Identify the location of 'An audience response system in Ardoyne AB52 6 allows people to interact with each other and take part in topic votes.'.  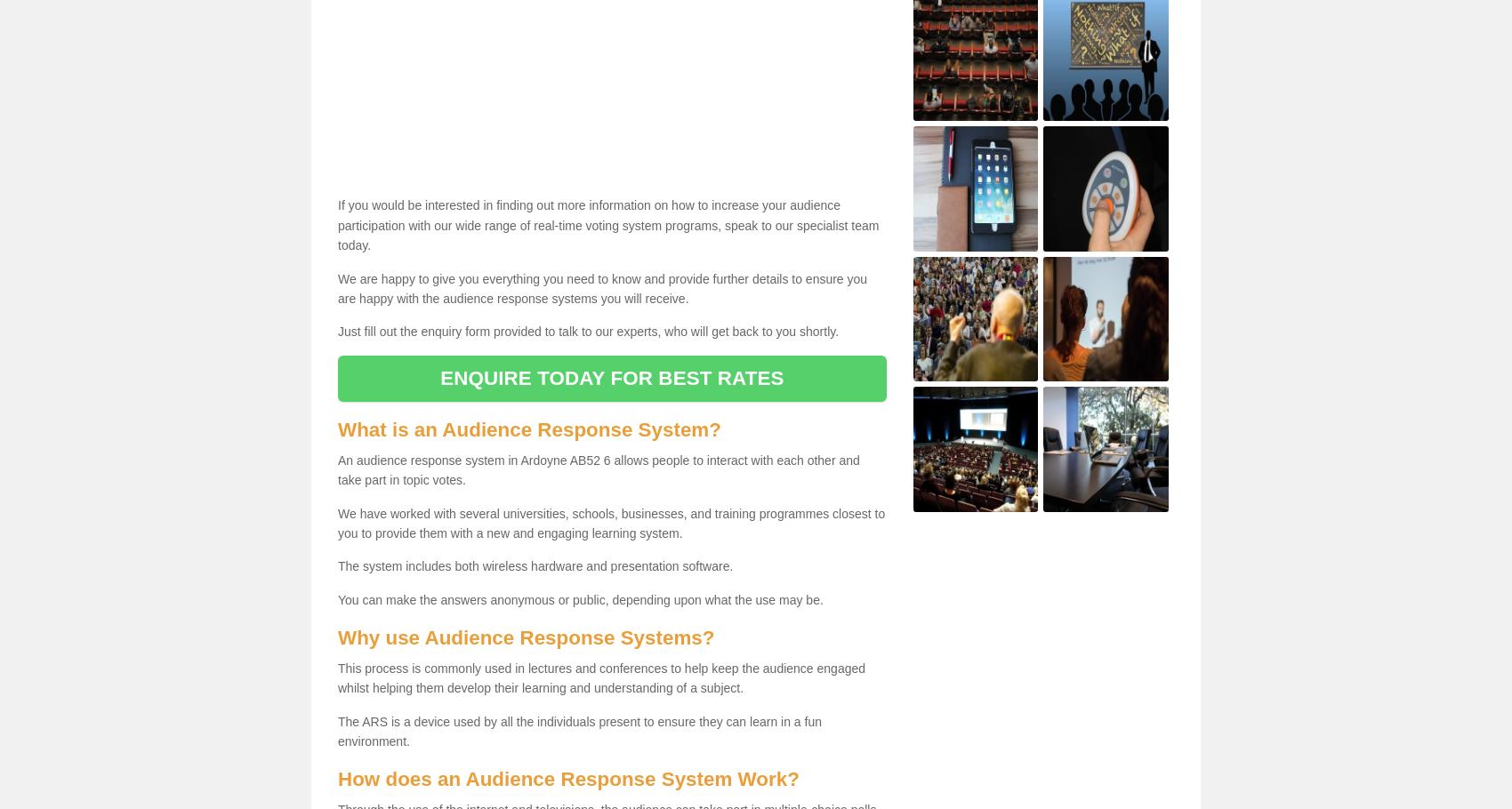
(599, 469).